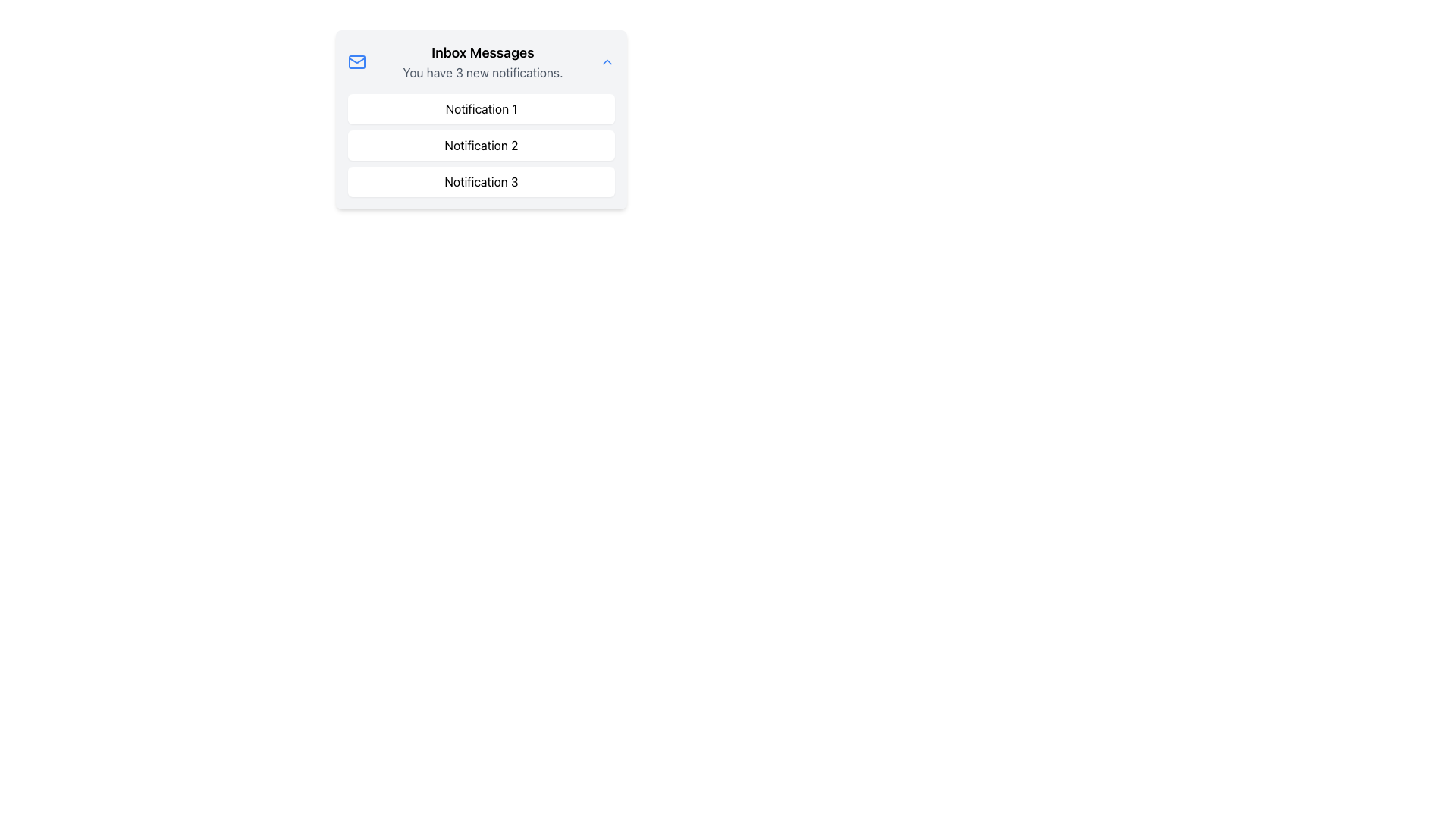  I want to click on the notification item labeled 'Notification 1' in the list, so click(480, 108).